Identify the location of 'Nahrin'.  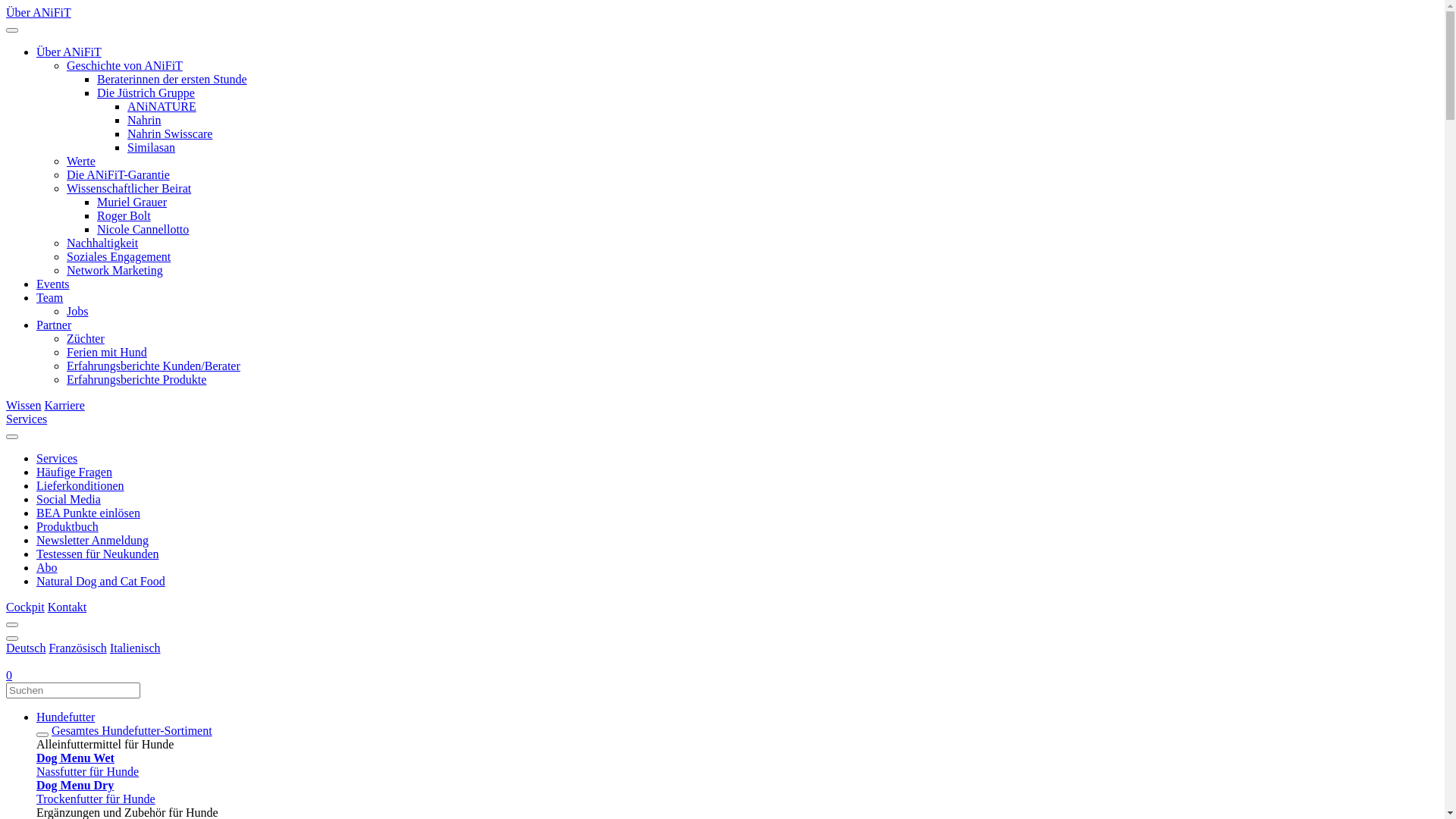
(127, 119).